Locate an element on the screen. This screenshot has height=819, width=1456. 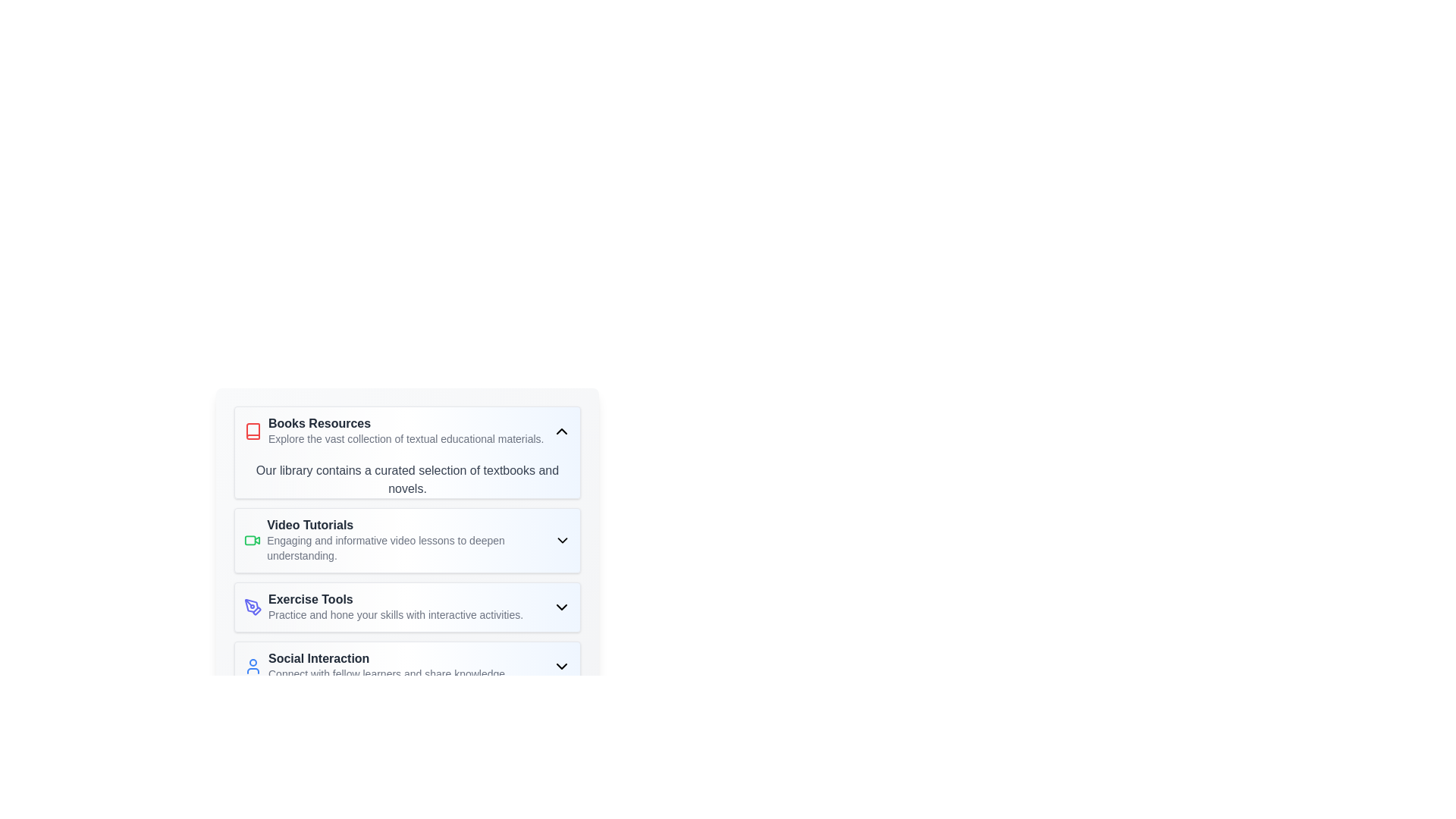
the 'Exercise Tools' text content element, which is the third item in a vertically stacked list of options, positioned between 'Video Tutorials' and 'Social Interaction' is located at coordinates (396, 607).